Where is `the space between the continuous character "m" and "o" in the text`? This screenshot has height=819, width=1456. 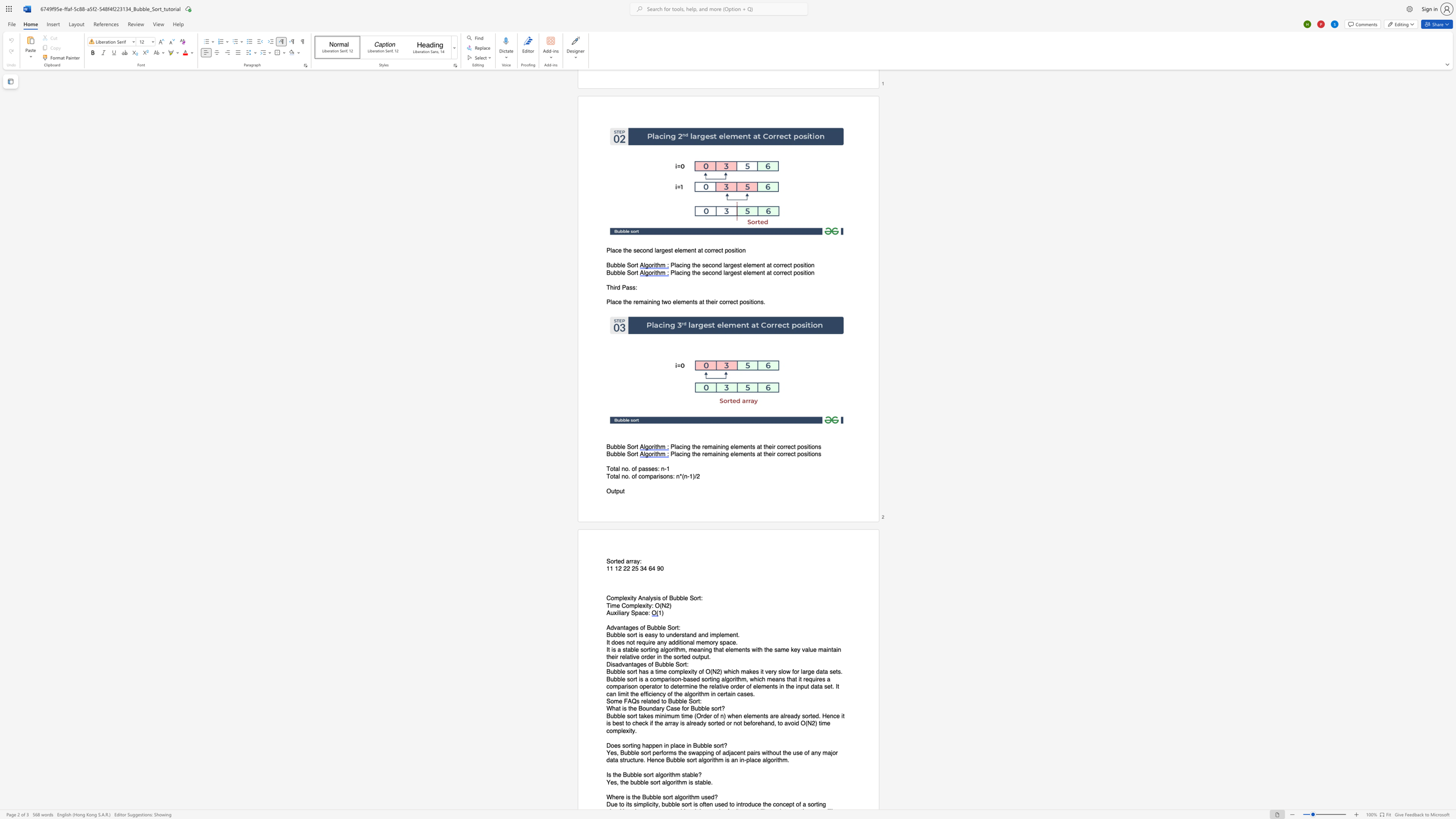 the space between the continuous character "m" and "o" in the text is located at coordinates (708, 642).